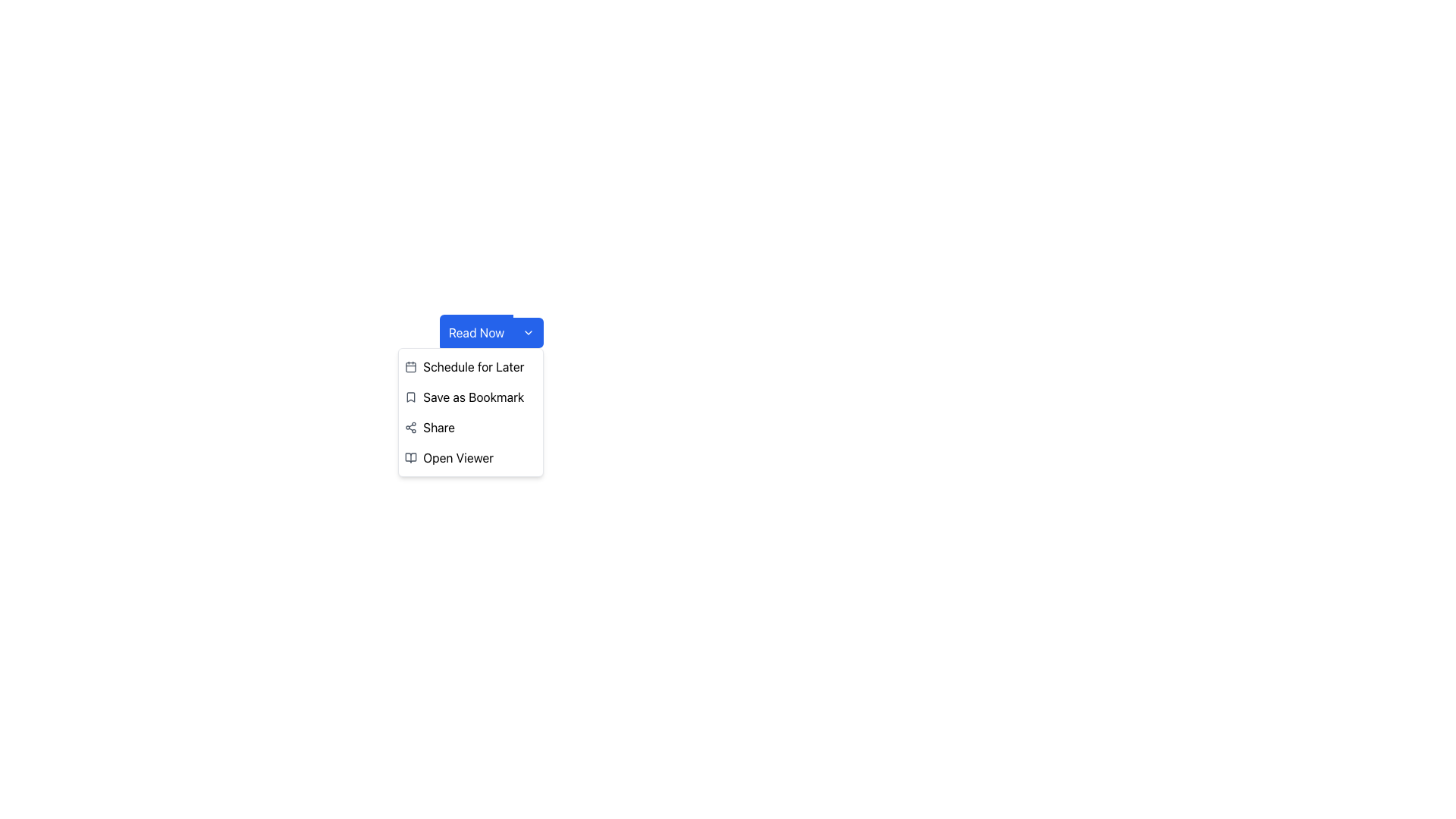 This screenshot has height=819, width=1456. What do you see at coordinates (529, 332) in the screenshot?
I see `the chevron icon located at the right edge of the 'Read Now' button, which indicates additional options or a dropdown menu` at bounding box center [529, 332].